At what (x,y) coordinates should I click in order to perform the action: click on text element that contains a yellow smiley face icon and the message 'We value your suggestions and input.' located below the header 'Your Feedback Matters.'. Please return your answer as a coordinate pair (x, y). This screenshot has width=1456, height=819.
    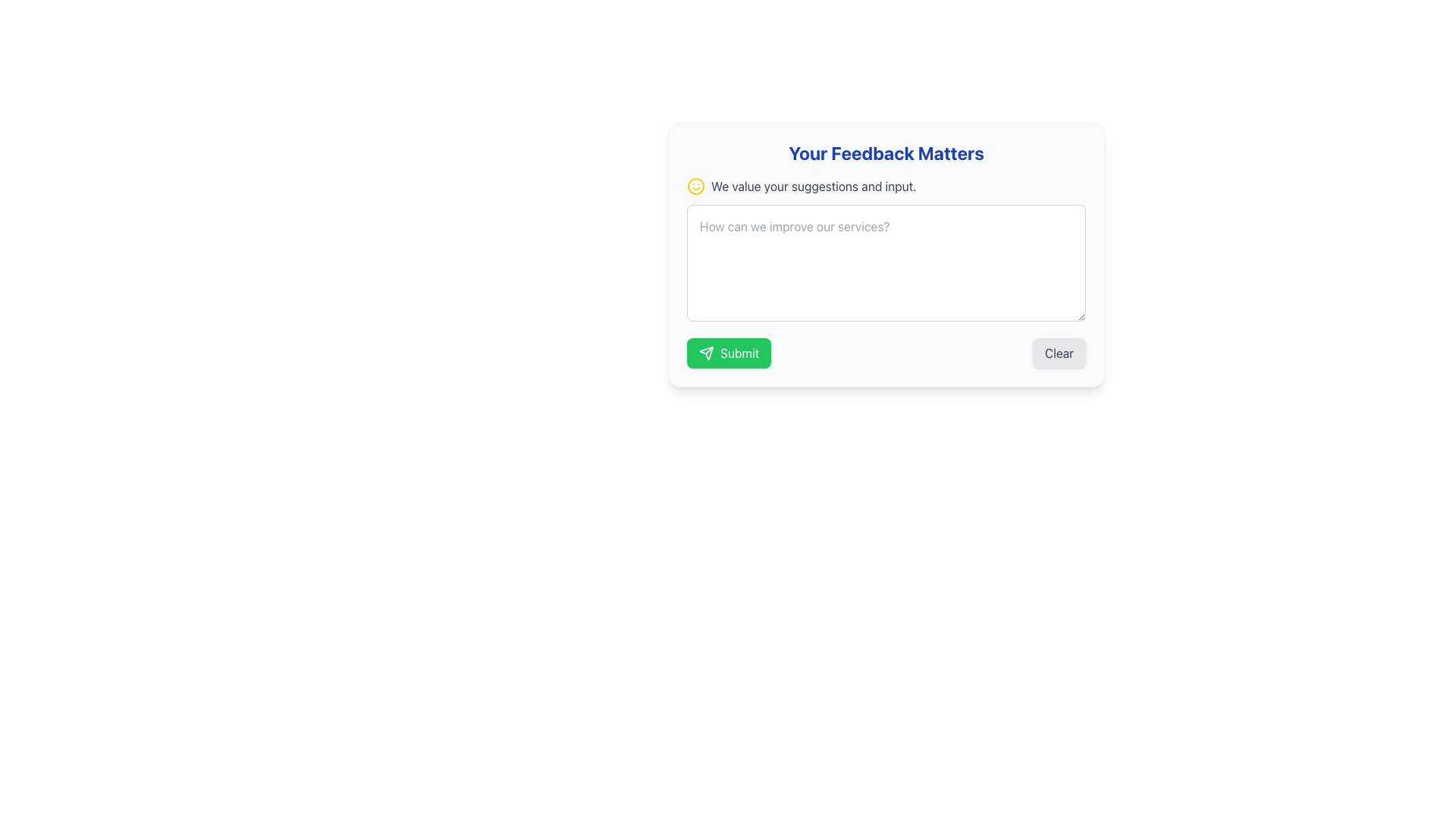
    Looking at the image, I should click on (886, 186).